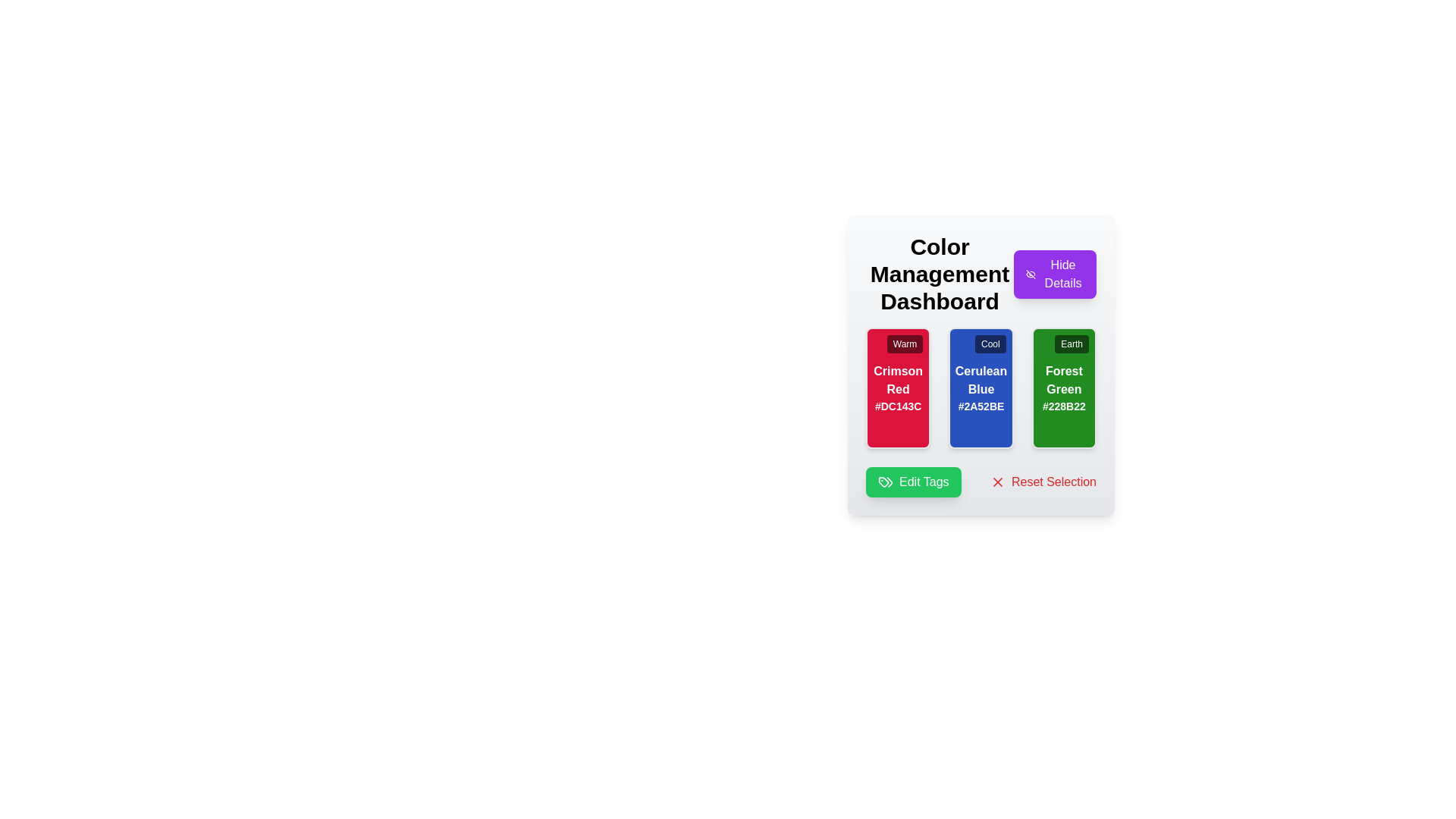  I want to click on the text label displaying the hexadecimal representation of 'Cerulean Blue', located at the bottom of the card in a three-card layout, so click(981, 406).